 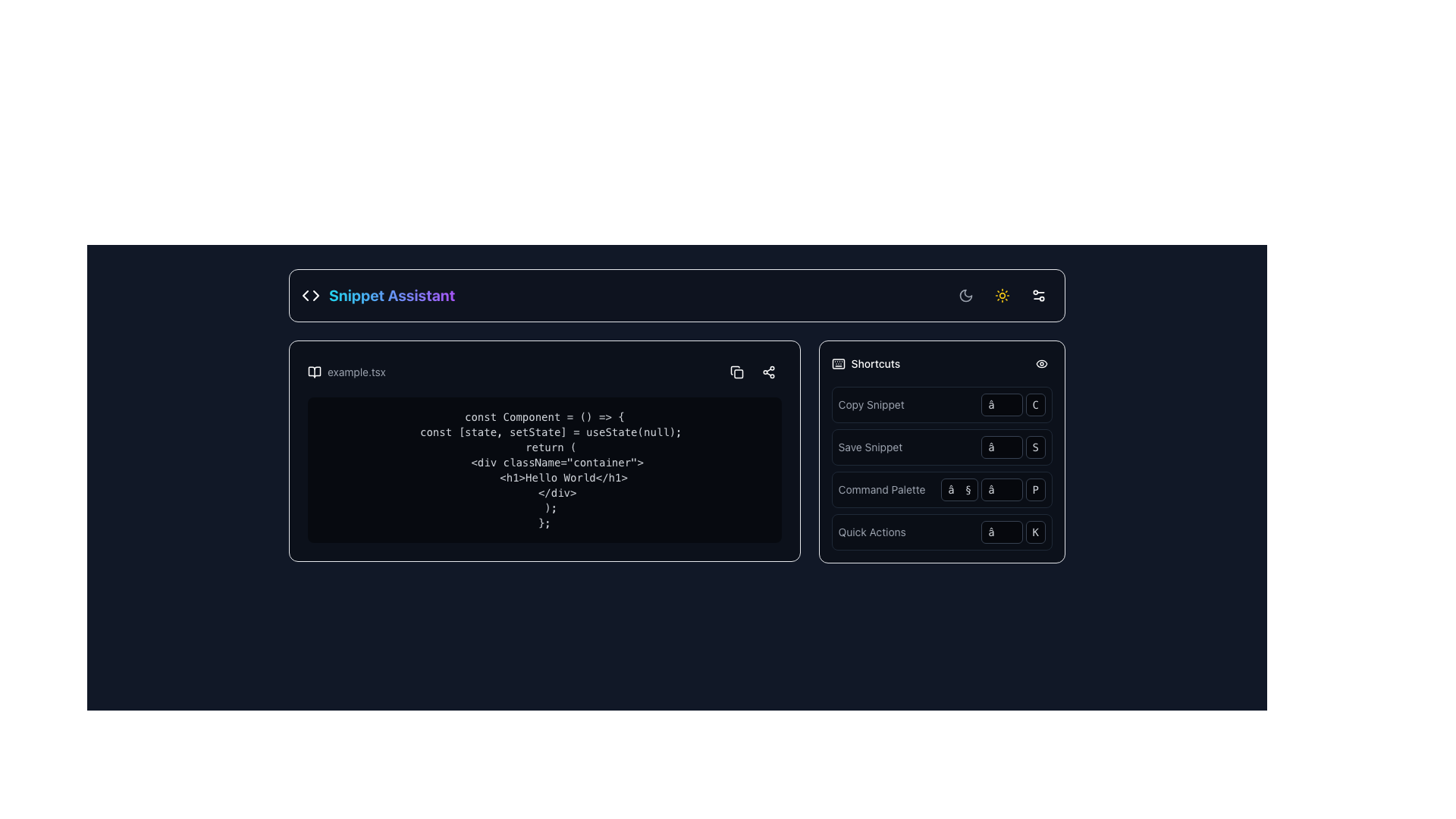 What do you see at coordinates (1002, 295) in the screenshot?
I see `the sun icon located` at bounding box center [1002, 295].